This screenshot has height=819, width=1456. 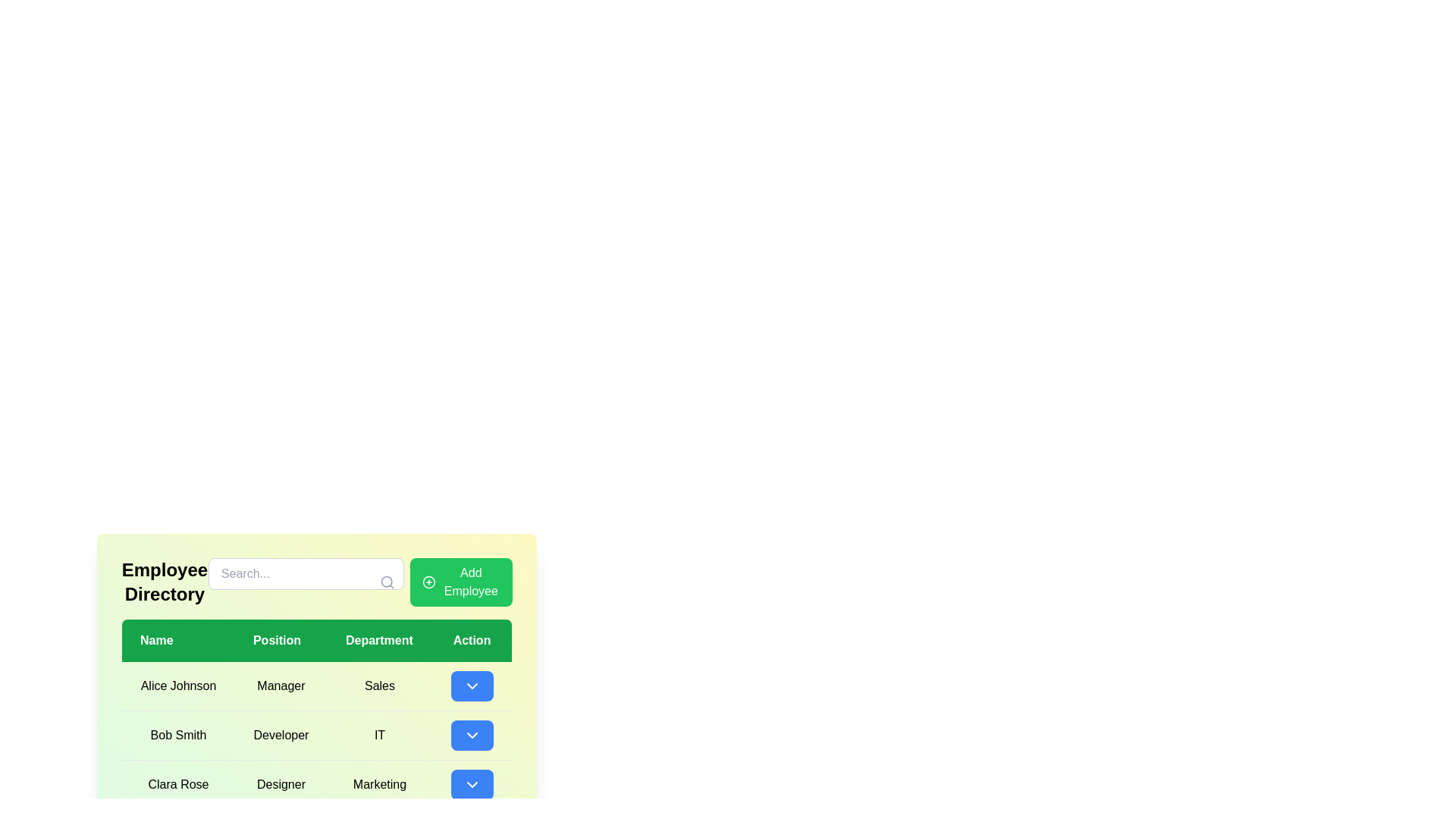 I want to click on the chevron-down icon within the blue button in the first row of the 'Action' column, so click(x=471, y=686).